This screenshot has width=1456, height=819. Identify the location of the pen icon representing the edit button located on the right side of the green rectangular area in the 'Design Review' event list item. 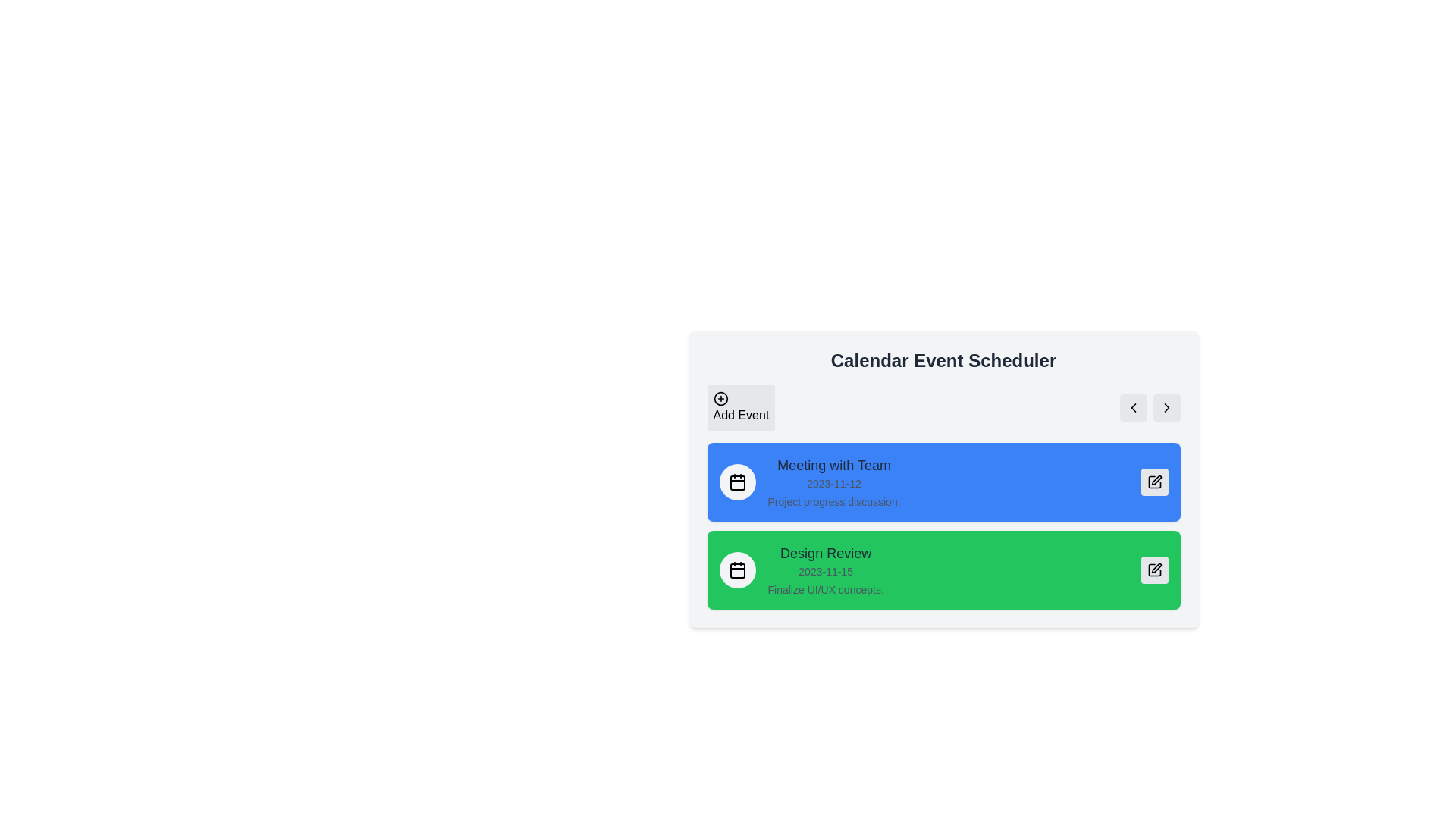
(1156, 568).